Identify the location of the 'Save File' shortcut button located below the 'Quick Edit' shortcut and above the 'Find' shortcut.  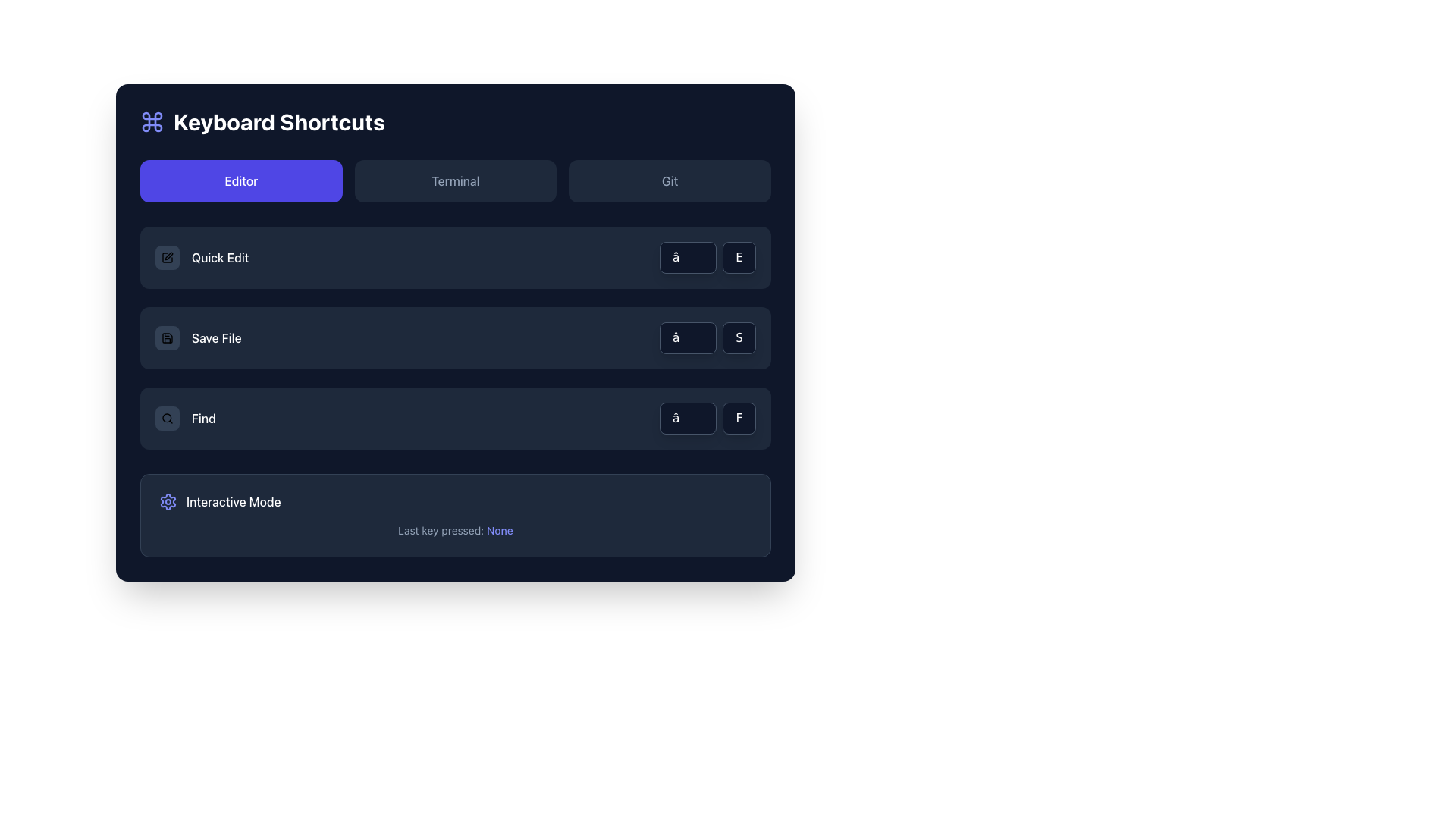
(197, 337).